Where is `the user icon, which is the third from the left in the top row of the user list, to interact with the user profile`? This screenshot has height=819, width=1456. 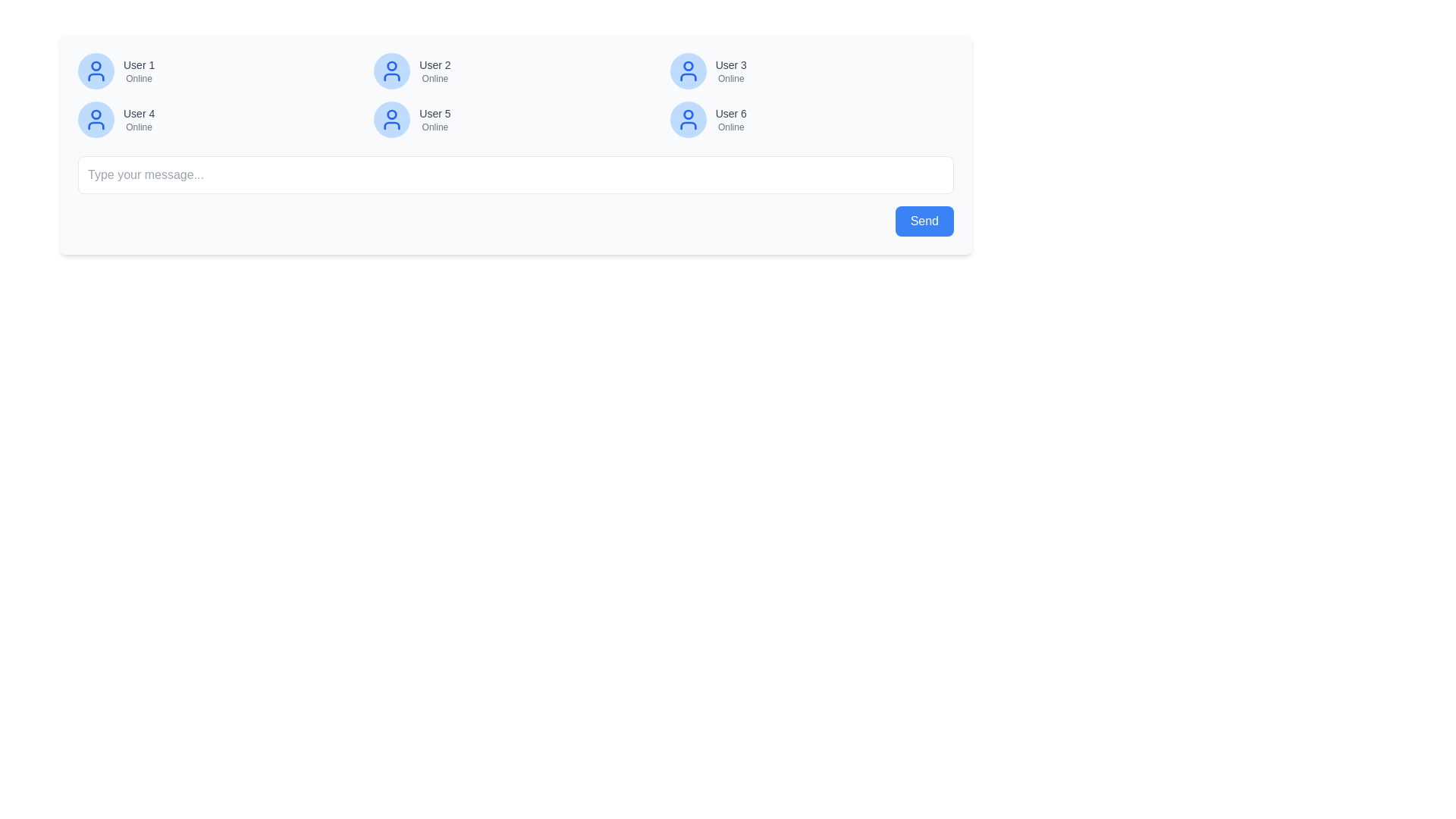
the user icon, which is the third from the left in the top row of the user list, to interact with the user profile is located at coordinates (687, 71).